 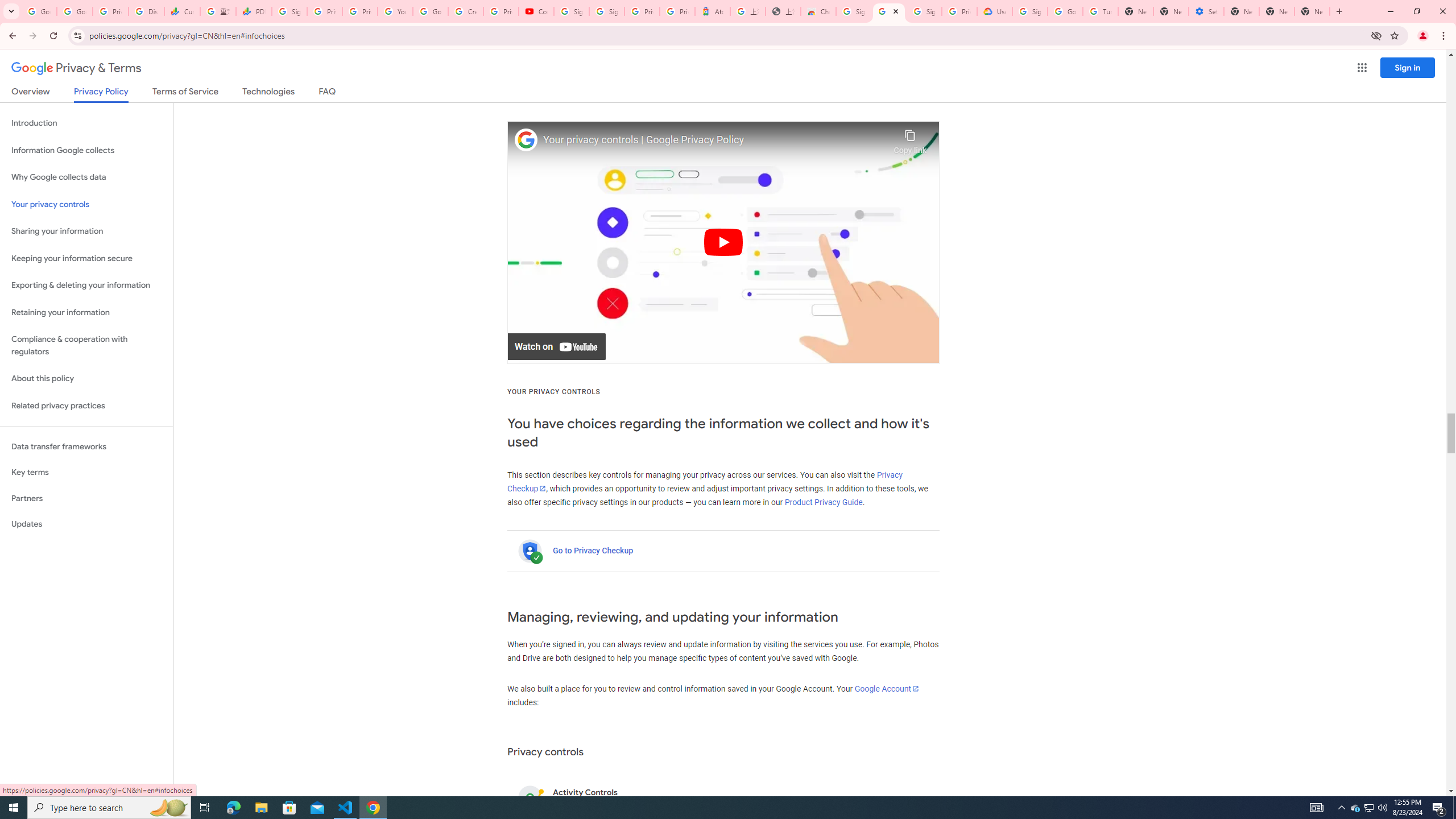 I want to click on 'YouTube', so click(x=395, y=11).